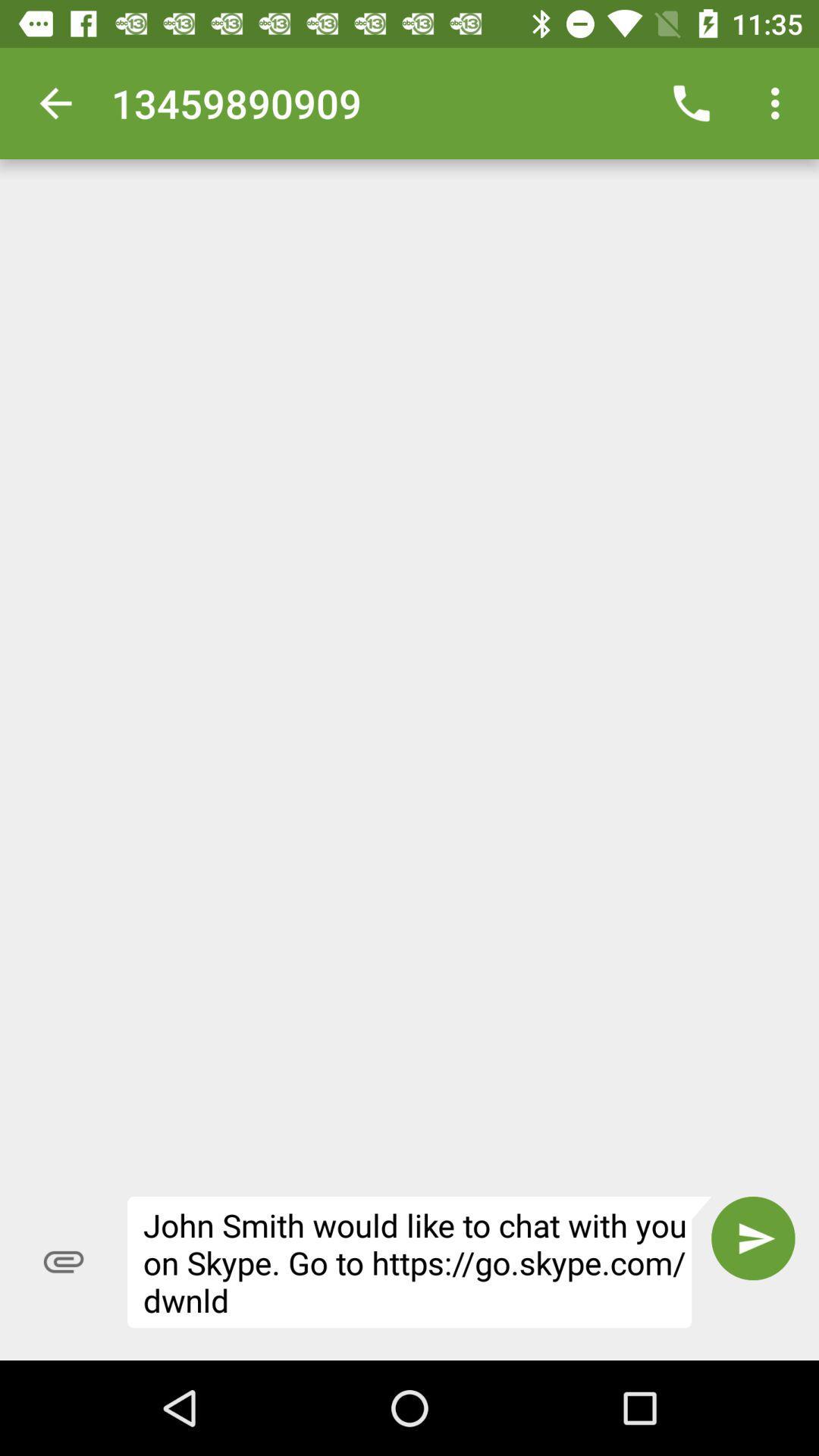 Image resolution: width=819 pixels, height=1456 pixels. I want to click on icon at the bottom left corner, so click(63, 1262).